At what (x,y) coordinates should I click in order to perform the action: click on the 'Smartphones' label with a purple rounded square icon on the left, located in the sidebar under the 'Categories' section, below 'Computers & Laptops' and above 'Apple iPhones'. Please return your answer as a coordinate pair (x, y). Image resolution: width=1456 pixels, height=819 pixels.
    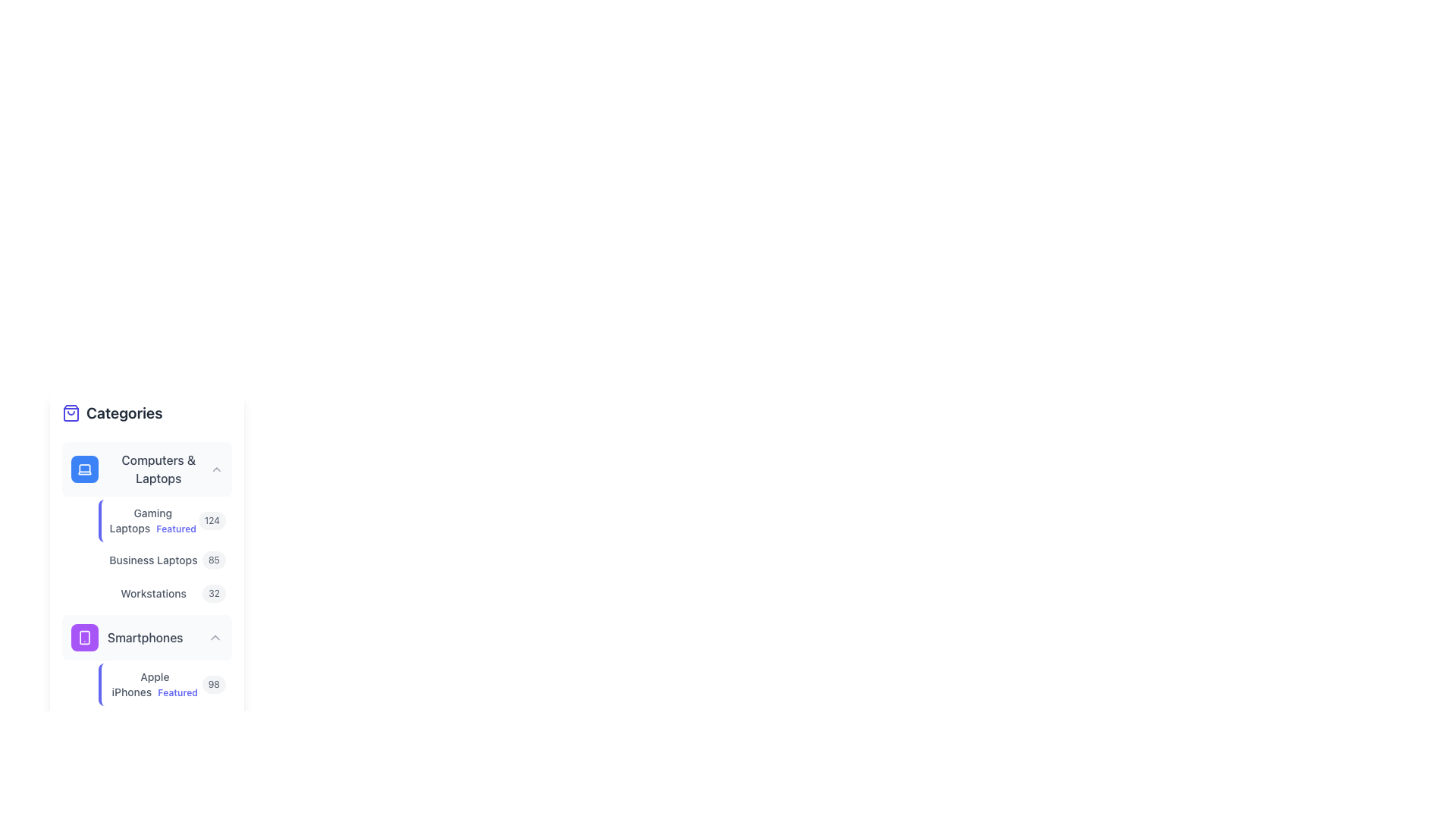
    Looking at the image, I should click on (127, 637).